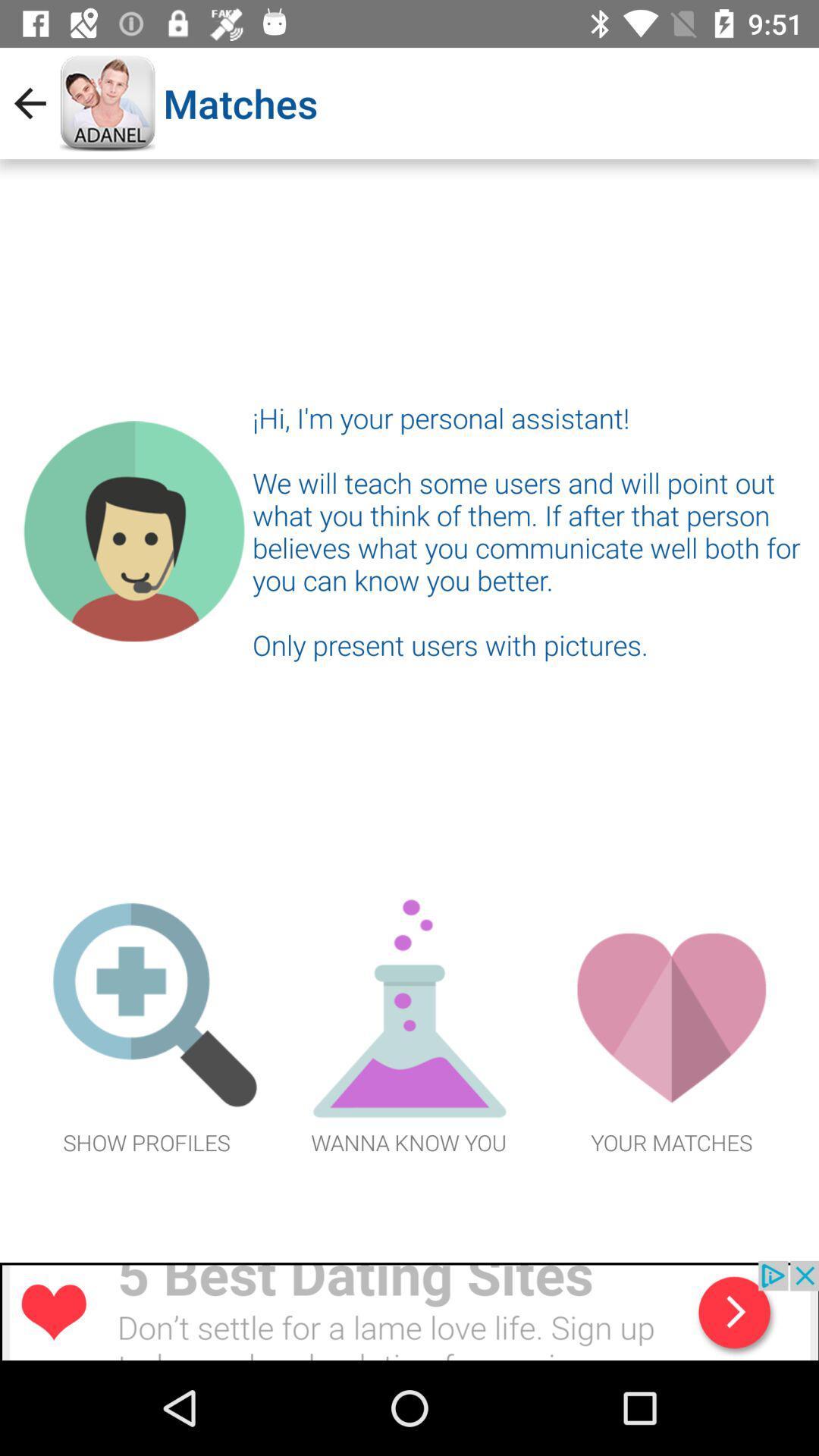 This screenshot has width=819, height=1456. I want to click on advertisement, so click(409, 1310).